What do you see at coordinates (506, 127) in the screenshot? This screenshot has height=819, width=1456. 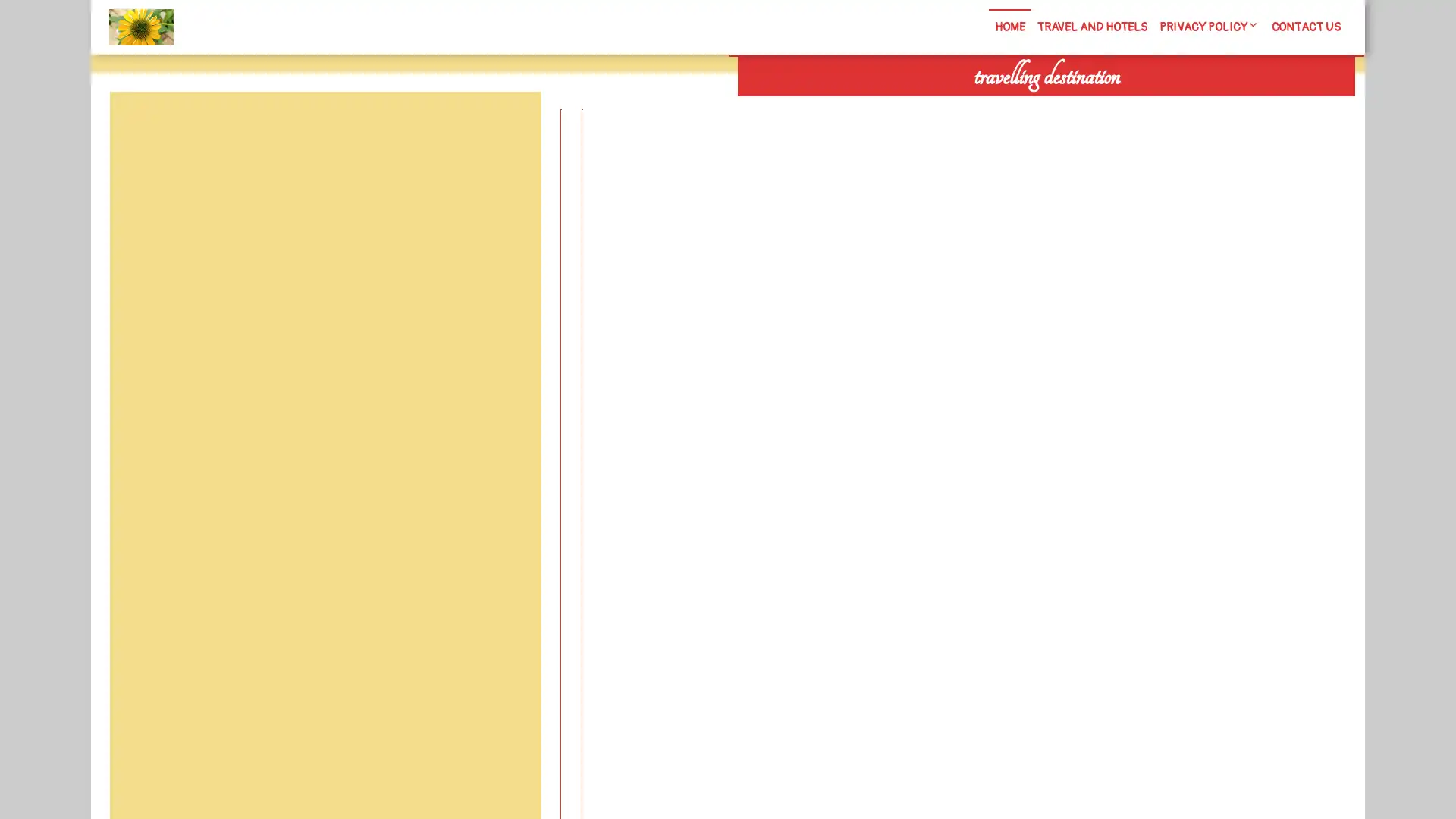 I see `Search` at bounding box center [506, 127].